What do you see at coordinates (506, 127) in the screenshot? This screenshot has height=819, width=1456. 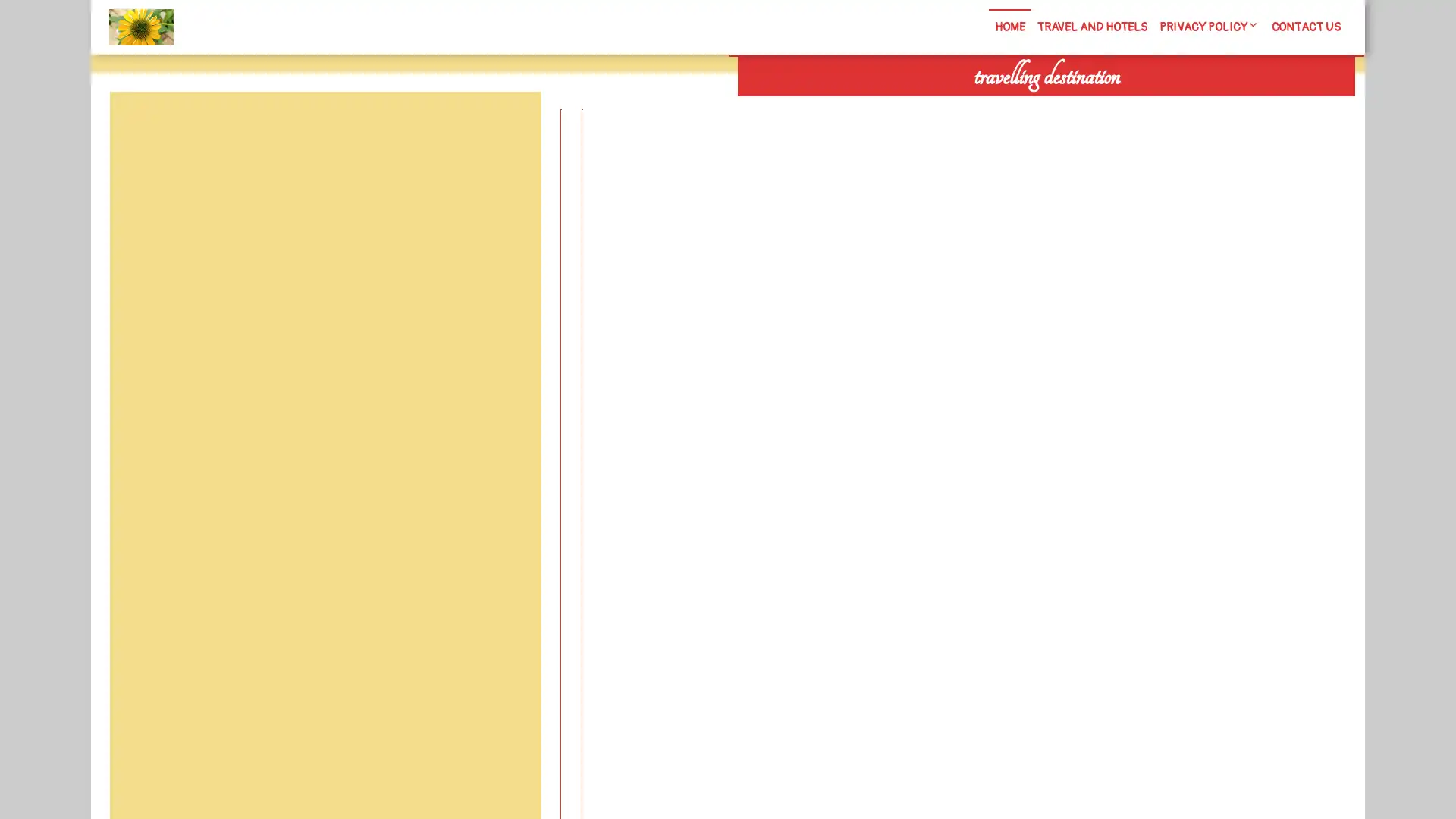 I see `Search` at bounding box center [506, 127].